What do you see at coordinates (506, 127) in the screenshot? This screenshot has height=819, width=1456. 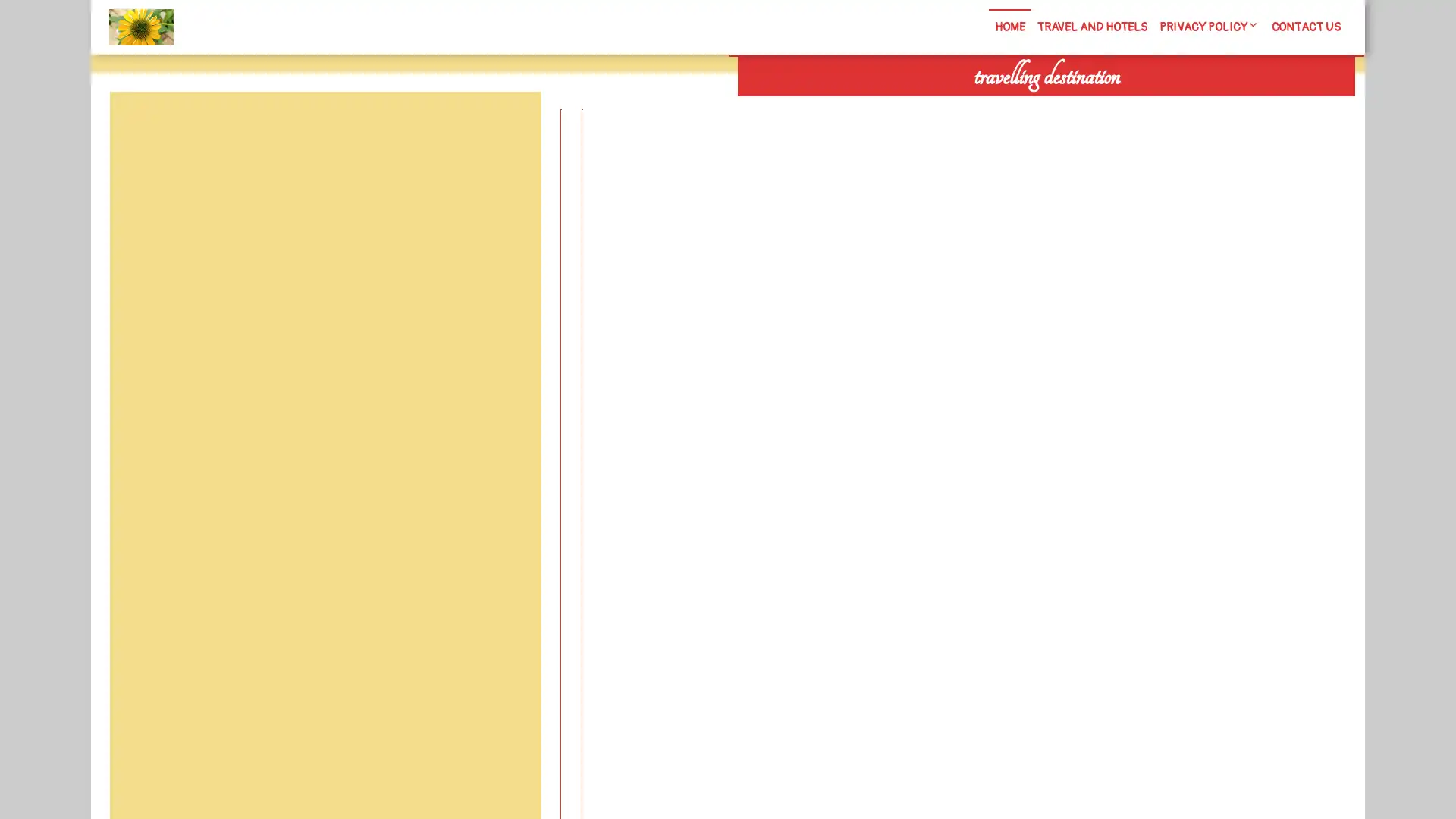 I see `Search` at bounding box center [506, 127].